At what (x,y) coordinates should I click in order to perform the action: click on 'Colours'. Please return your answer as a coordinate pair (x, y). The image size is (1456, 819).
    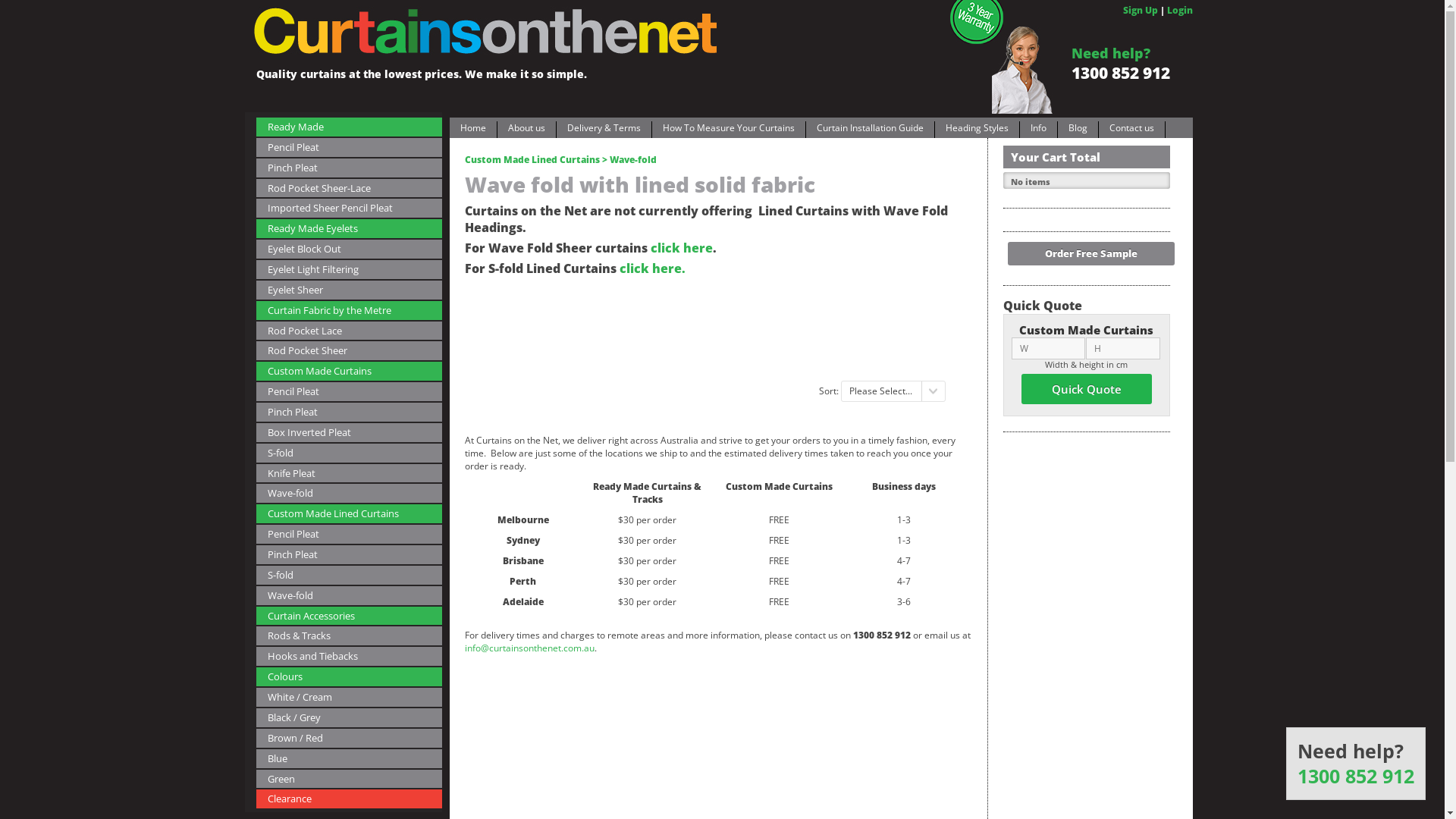
    Looking at the image, I should click on (256, 676).